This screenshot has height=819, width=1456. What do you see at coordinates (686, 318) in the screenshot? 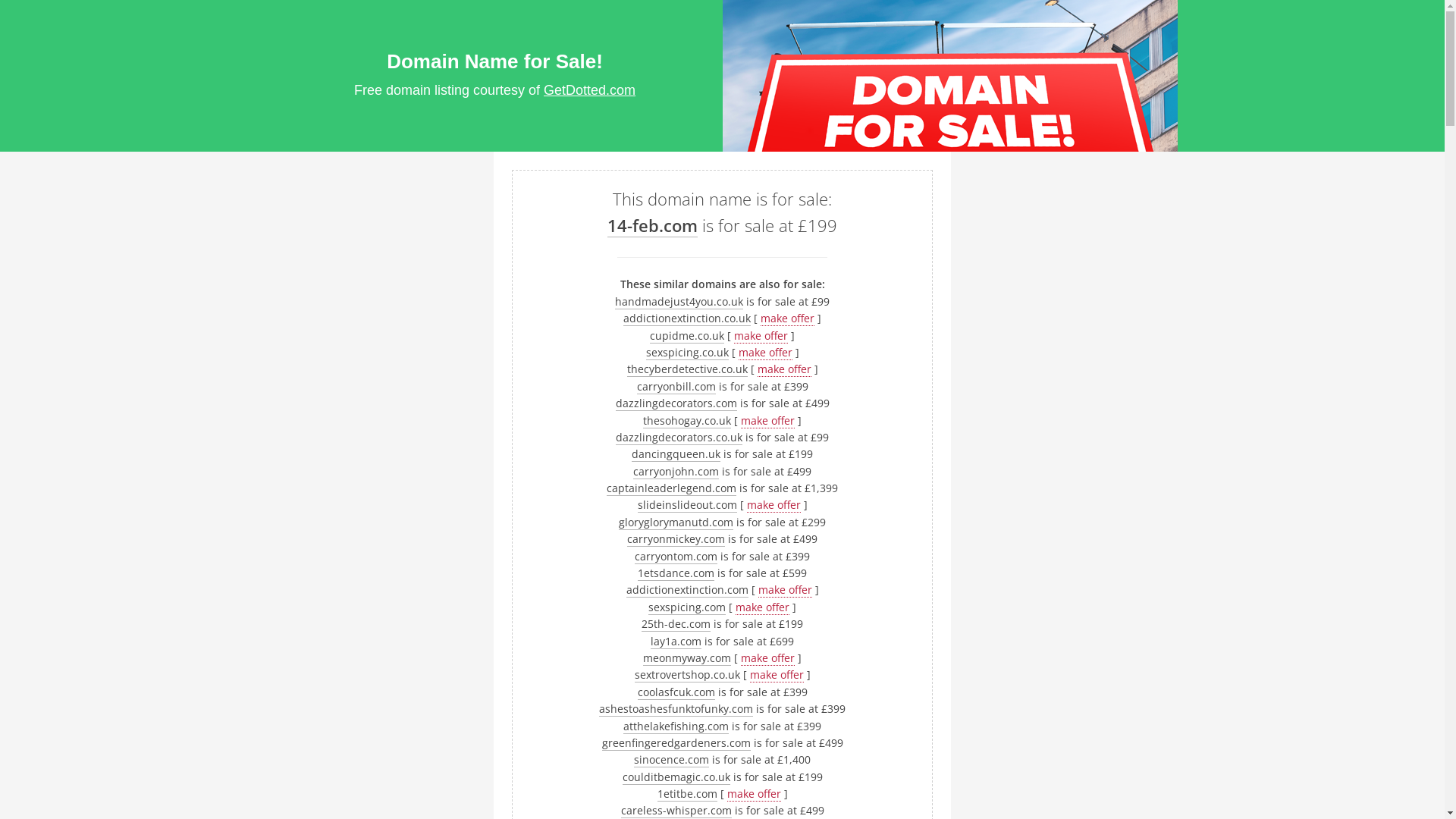
I see `'addictionextinction.co.uk'` at bounding box center [686, 318].